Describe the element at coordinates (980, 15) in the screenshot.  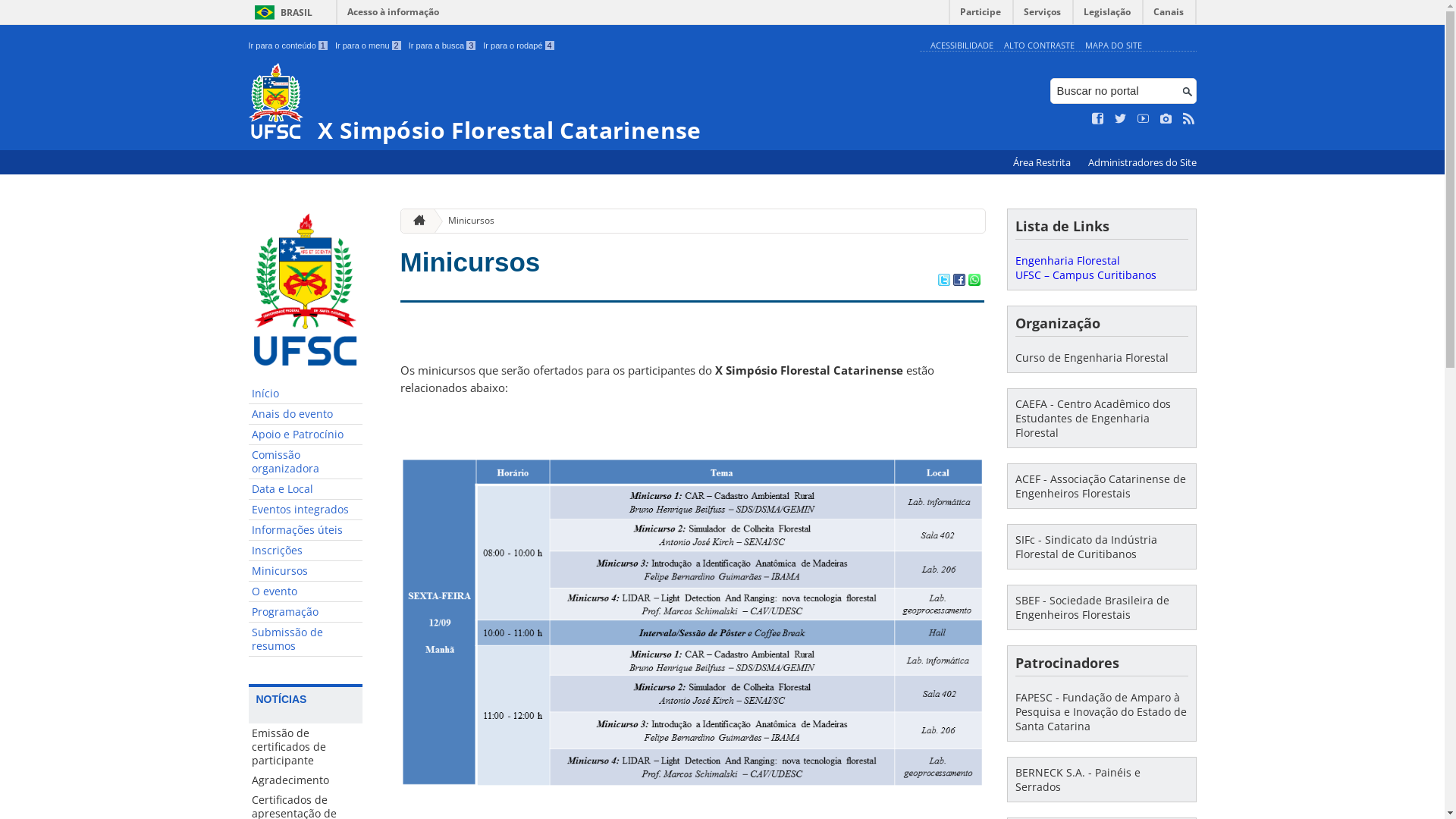
I see `'Participe'` at that location.